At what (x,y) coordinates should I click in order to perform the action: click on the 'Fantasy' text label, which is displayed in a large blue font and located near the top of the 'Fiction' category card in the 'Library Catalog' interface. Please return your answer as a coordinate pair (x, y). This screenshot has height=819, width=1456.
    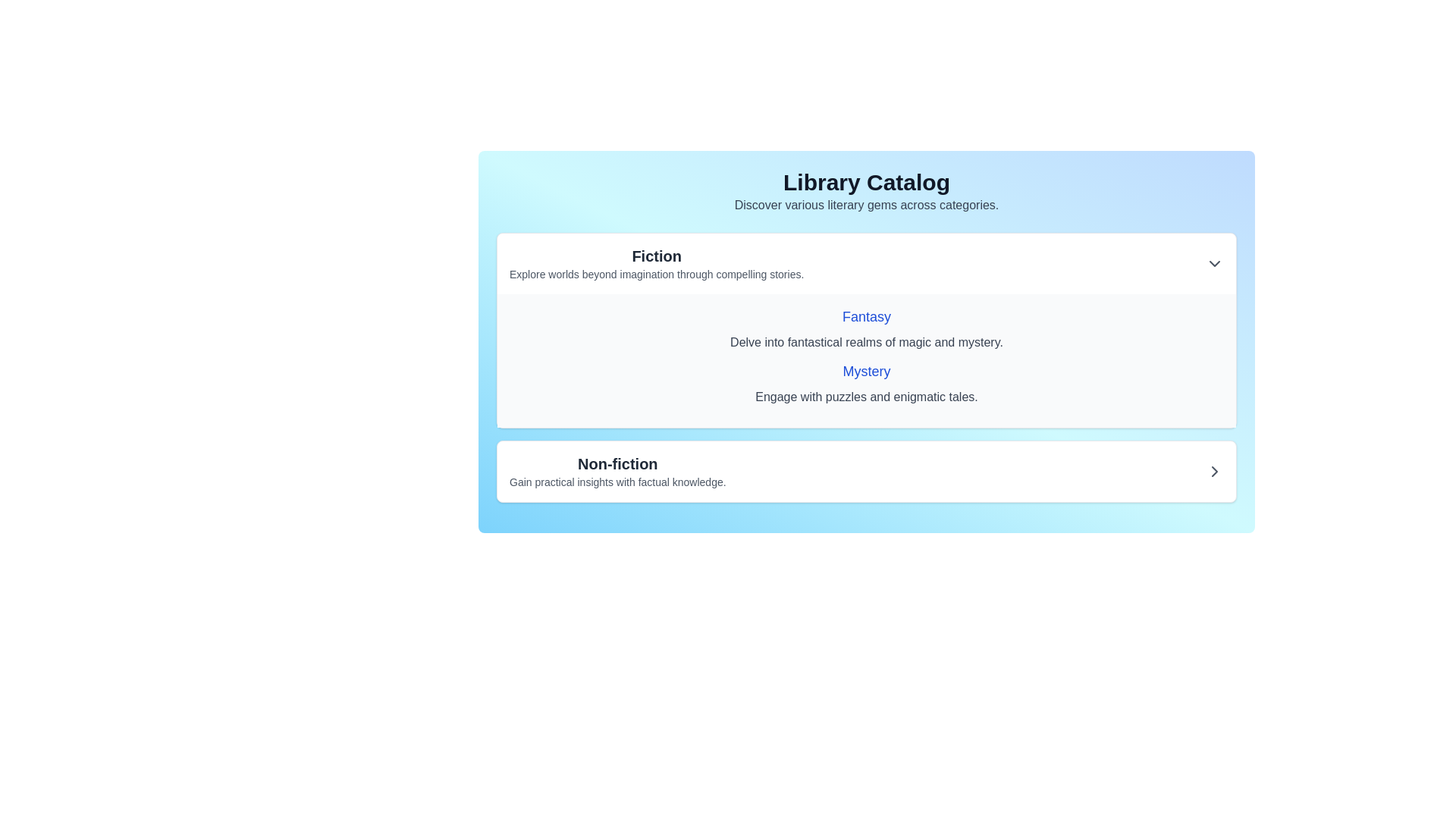
    Looking at the image, I should click on (866, 315).